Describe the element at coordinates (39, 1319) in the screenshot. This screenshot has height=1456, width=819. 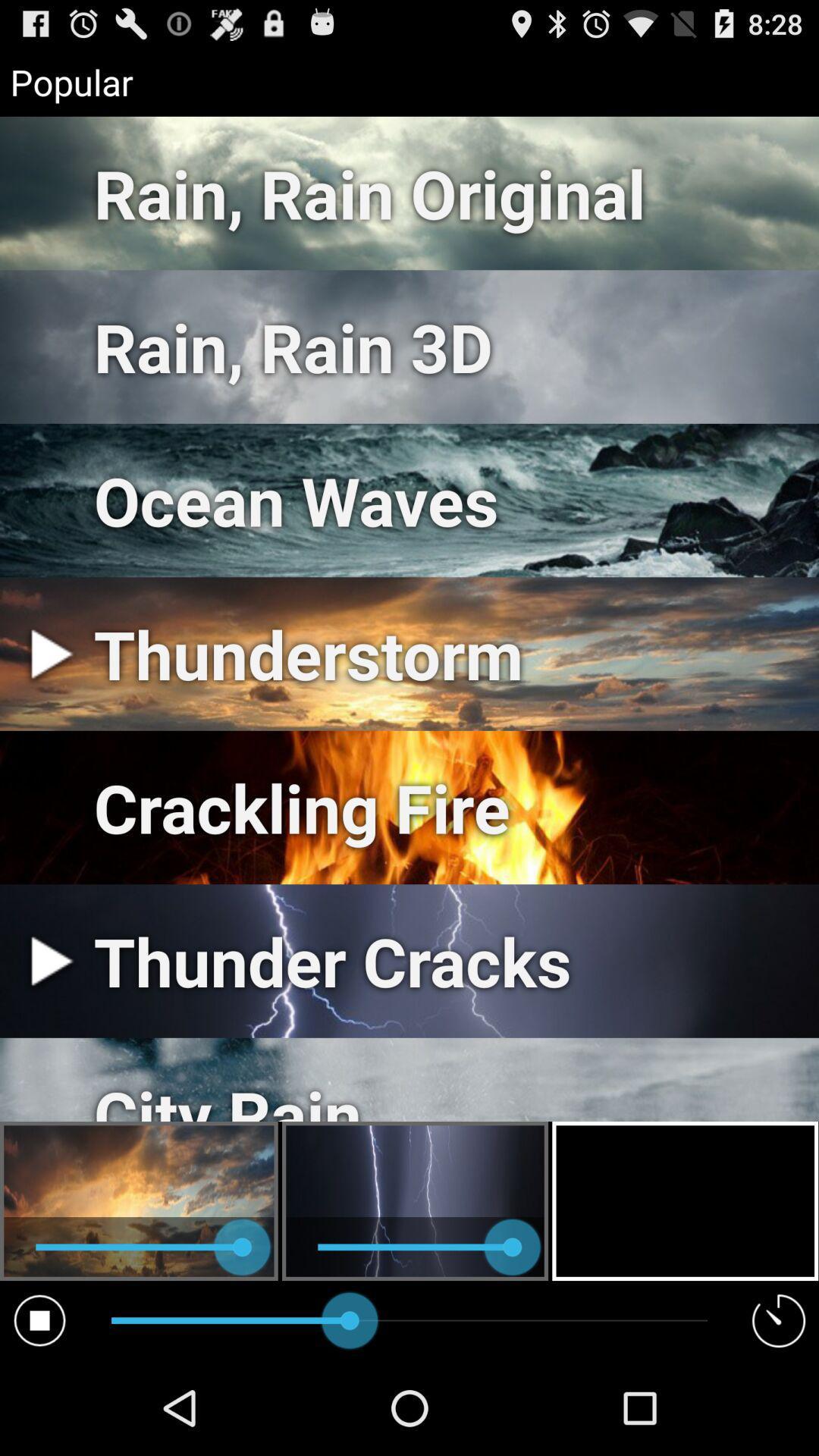
I see `the item to the left of rain on a icon` at that location.